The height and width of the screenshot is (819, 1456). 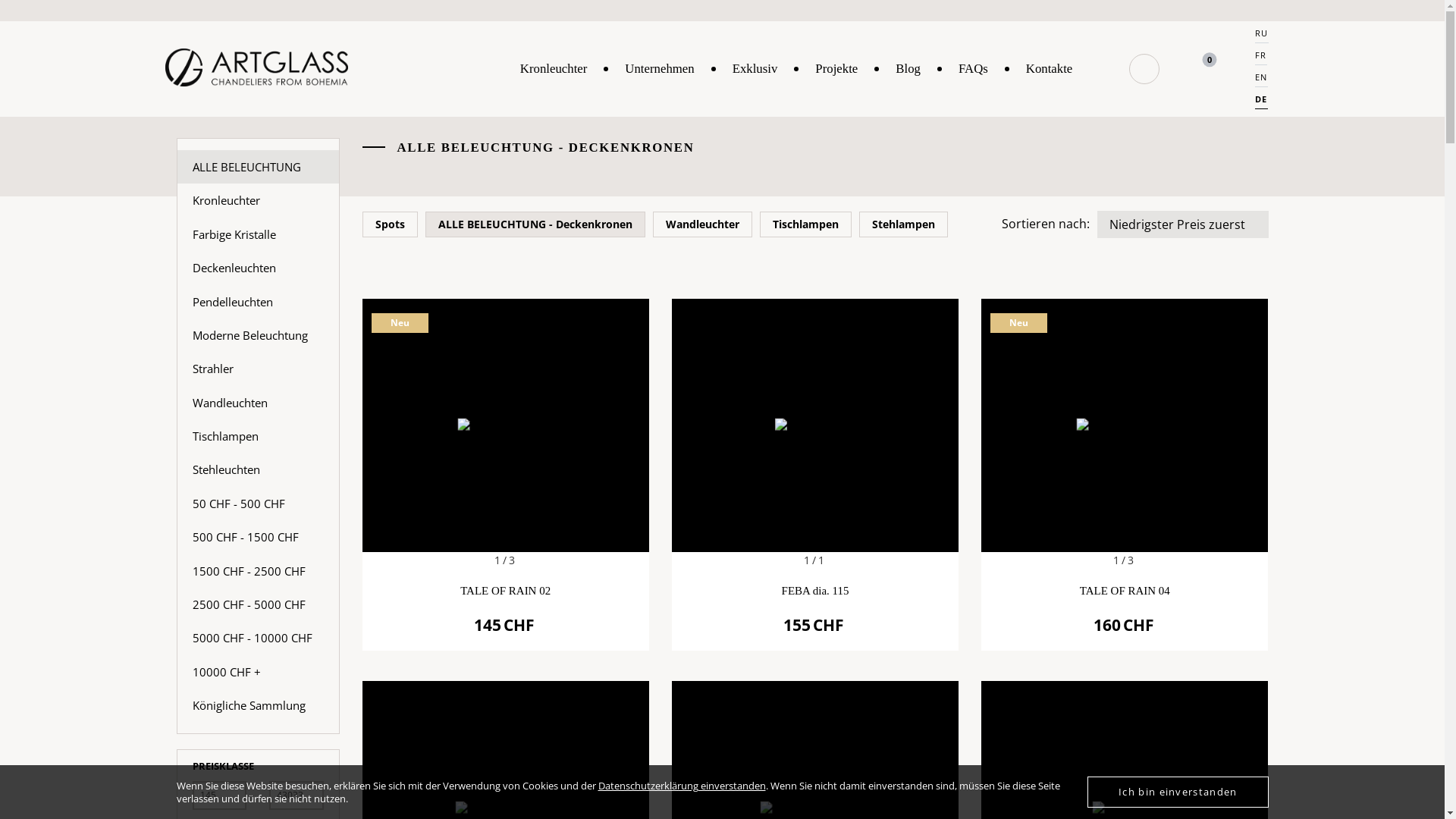 I want to click on 'FR', so click(x=1260, y=57).